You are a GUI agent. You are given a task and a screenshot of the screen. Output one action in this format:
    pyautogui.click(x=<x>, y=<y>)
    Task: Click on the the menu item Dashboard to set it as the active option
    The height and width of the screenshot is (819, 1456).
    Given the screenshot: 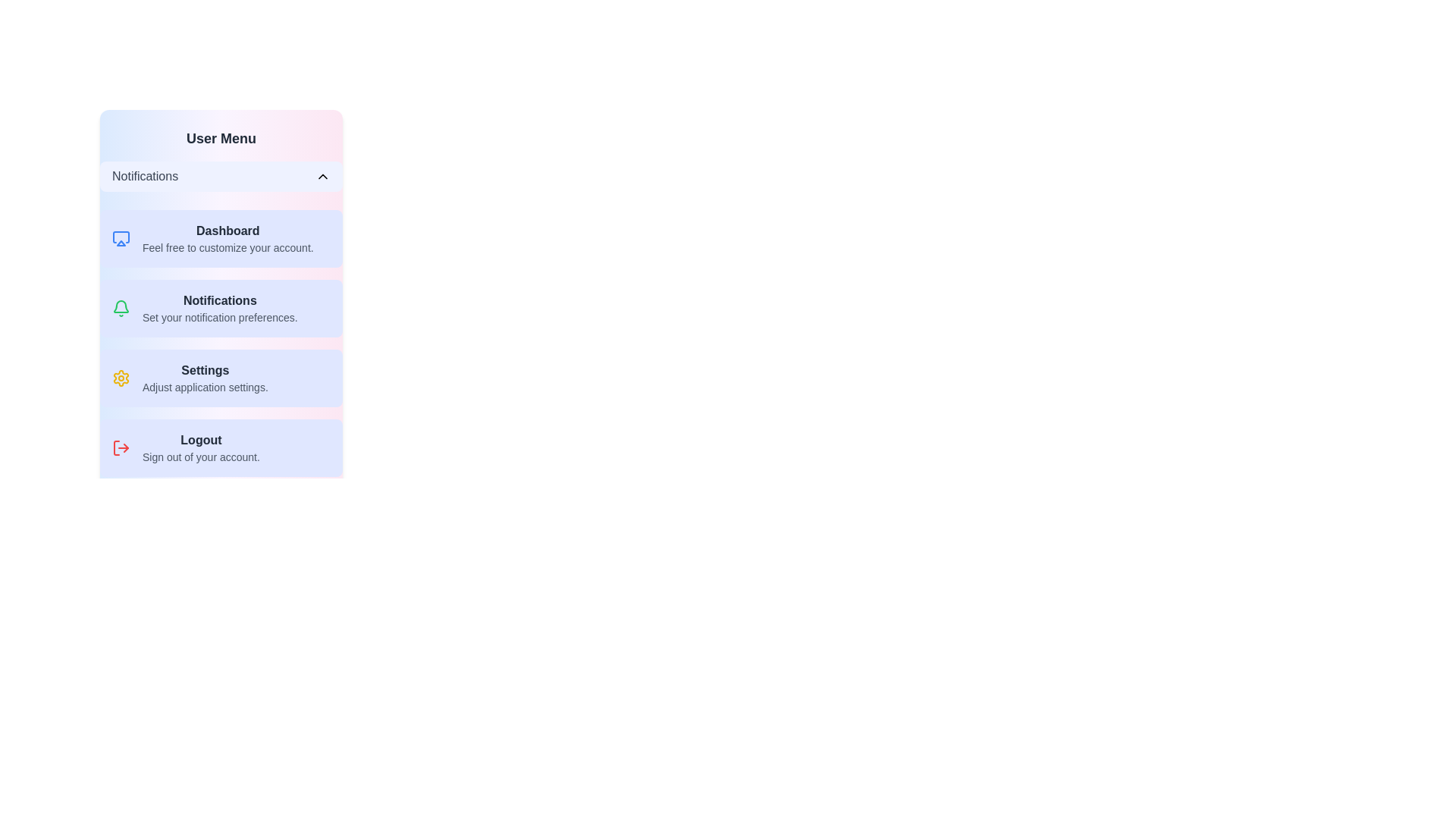 What is the action you would take?
    pyautogui.click(x=221, y=239)
    